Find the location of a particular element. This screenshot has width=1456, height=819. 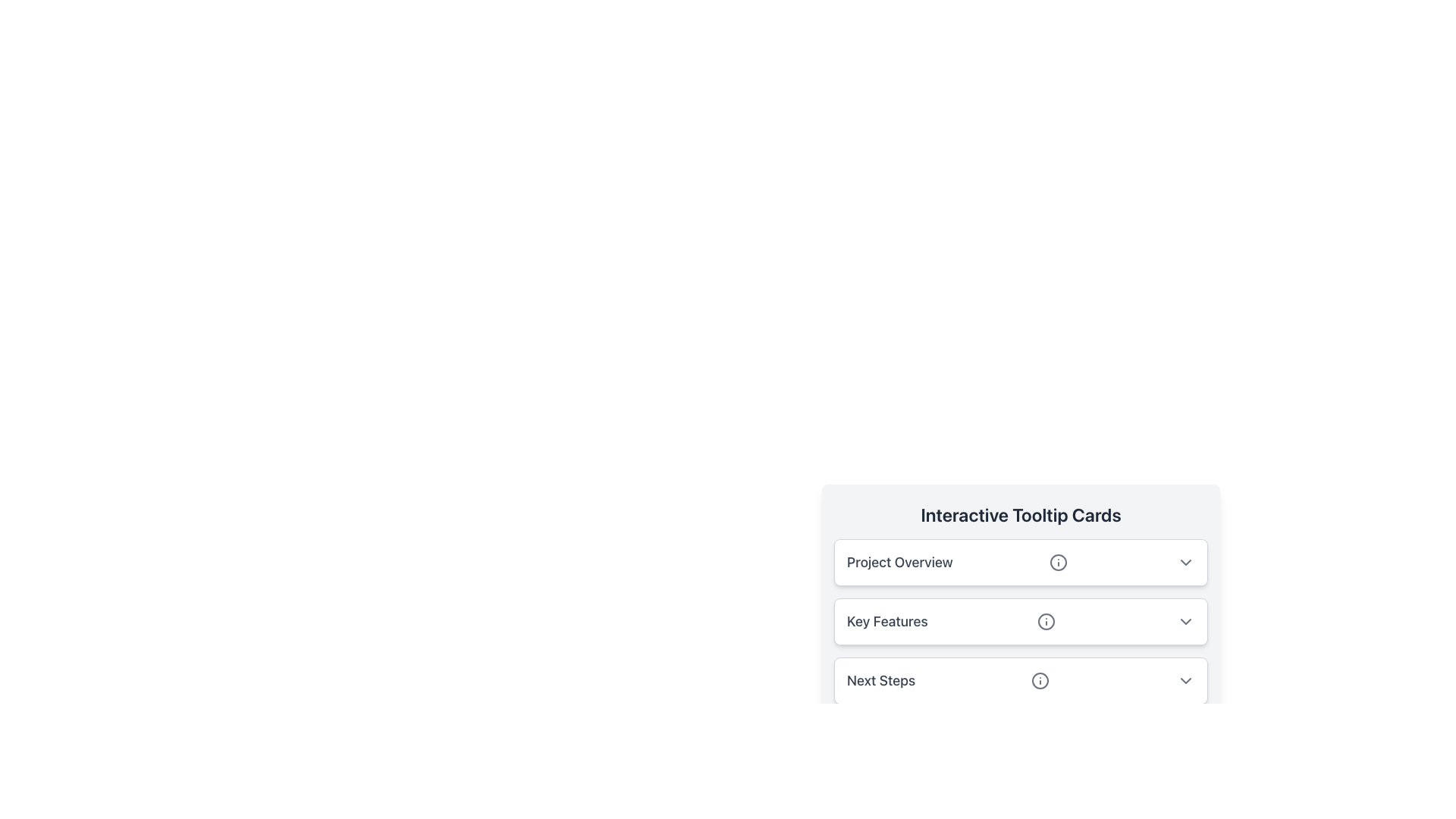

the downward pointing chevron icon in gray located at the far right of the 'Project Overview' row is located at coordinates (1185, 562).